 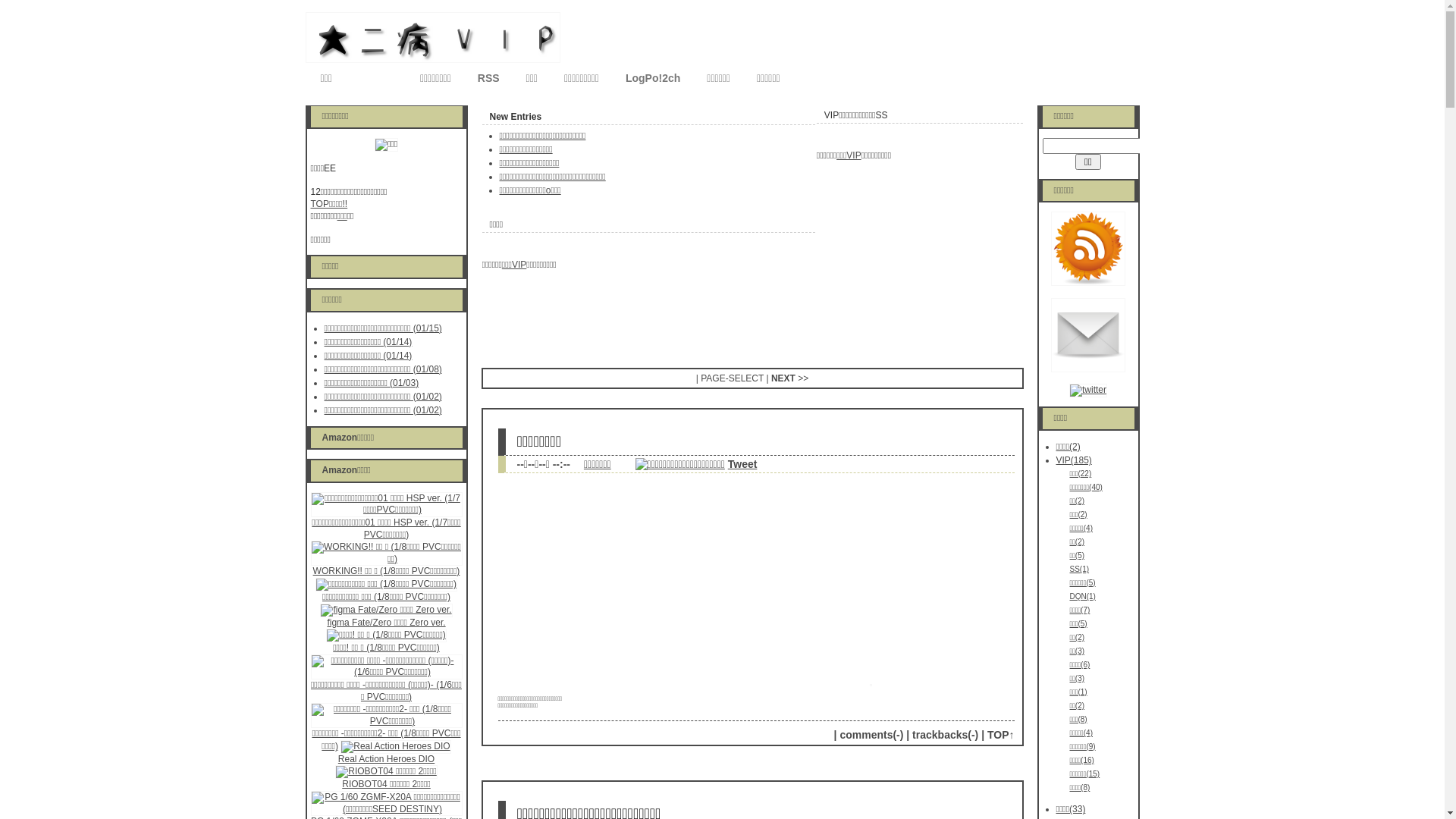 What do you see at coordinates (1072, 459) in the screenshot?
I see `'VIP(185)'` at bounding box center [1072, 459].